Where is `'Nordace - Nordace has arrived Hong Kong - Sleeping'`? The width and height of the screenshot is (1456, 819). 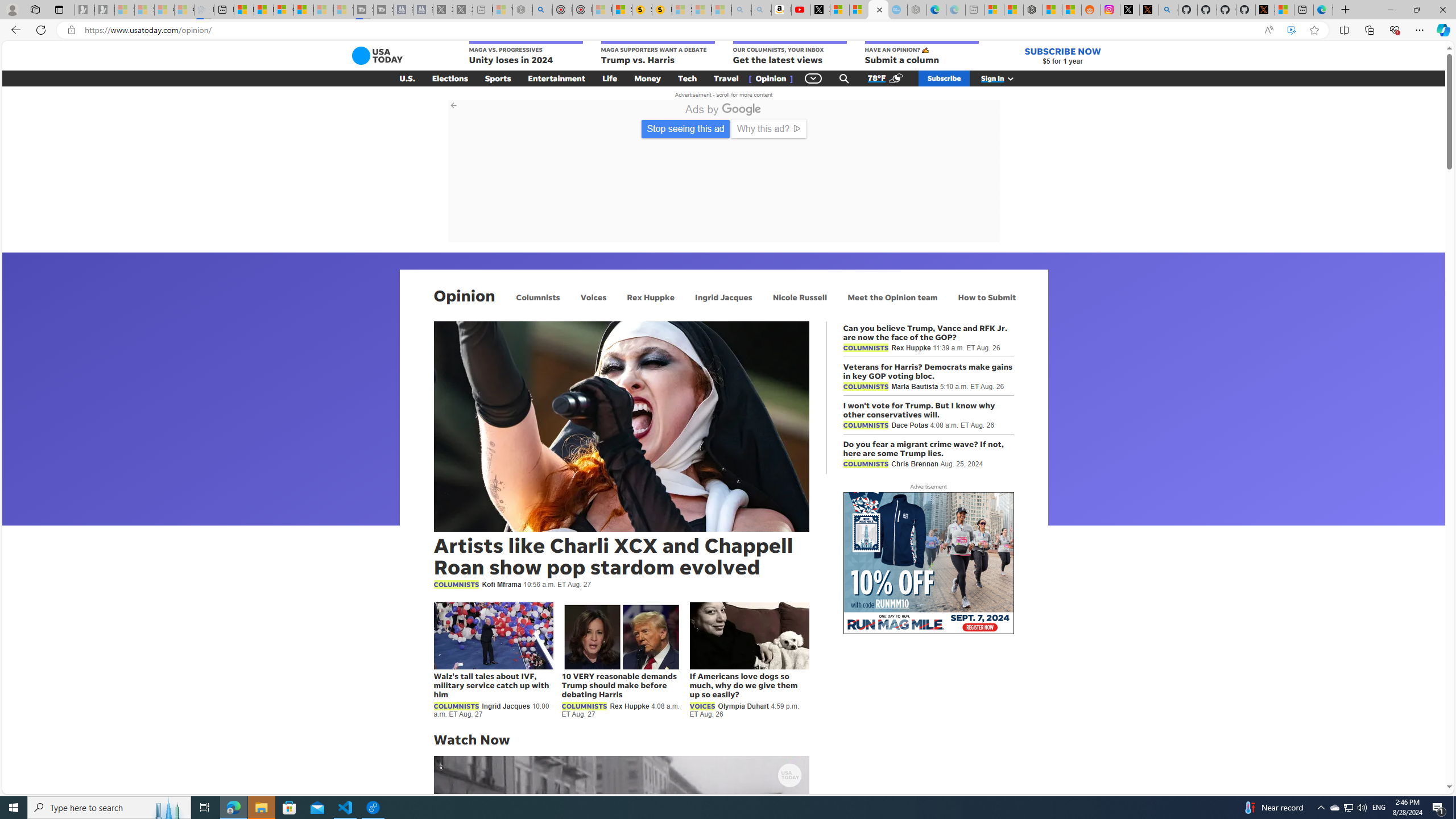 'Nordace - Nordace has arrived Hong Kong - Sleeping' is located at coordinates (916, 9).